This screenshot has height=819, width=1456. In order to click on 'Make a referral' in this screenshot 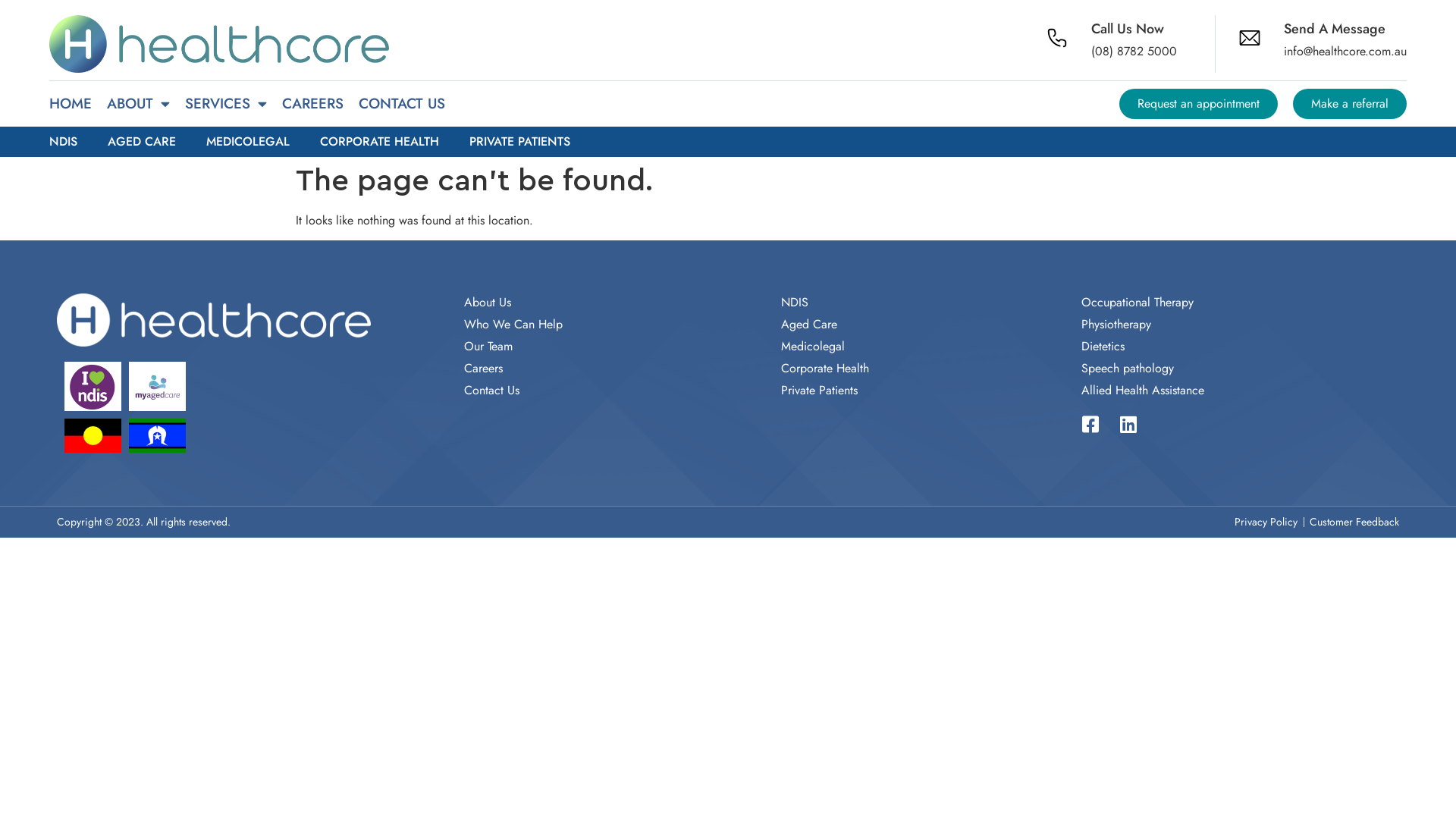, I will do `click(1350, 103)`.